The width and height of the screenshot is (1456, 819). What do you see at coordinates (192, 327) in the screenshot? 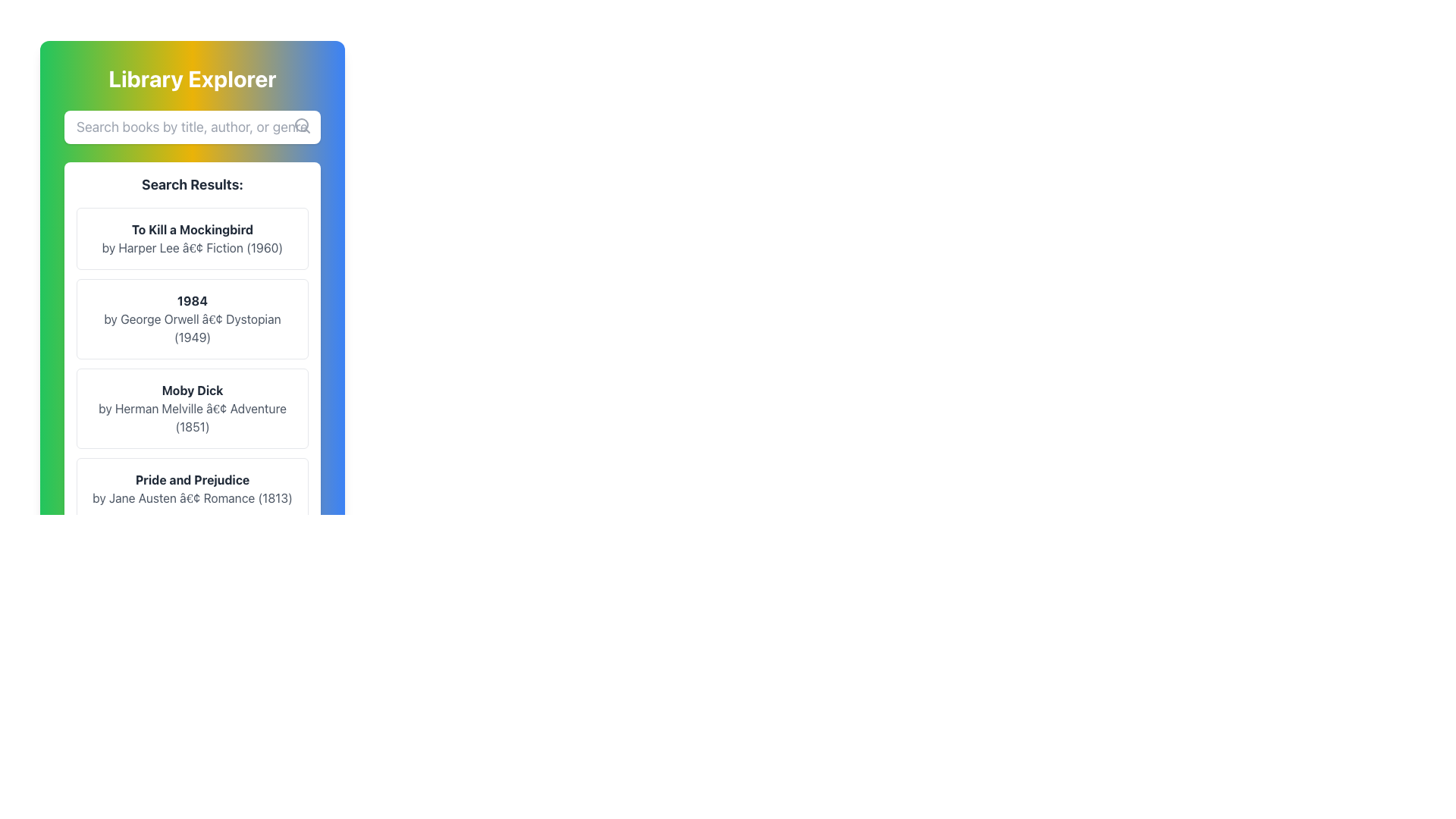
I see `the text label displaying 'by George Orwell • Dystopian (1949)', which is positioned beneath the title '1984' in the search results` at bounding box center [192, 327].